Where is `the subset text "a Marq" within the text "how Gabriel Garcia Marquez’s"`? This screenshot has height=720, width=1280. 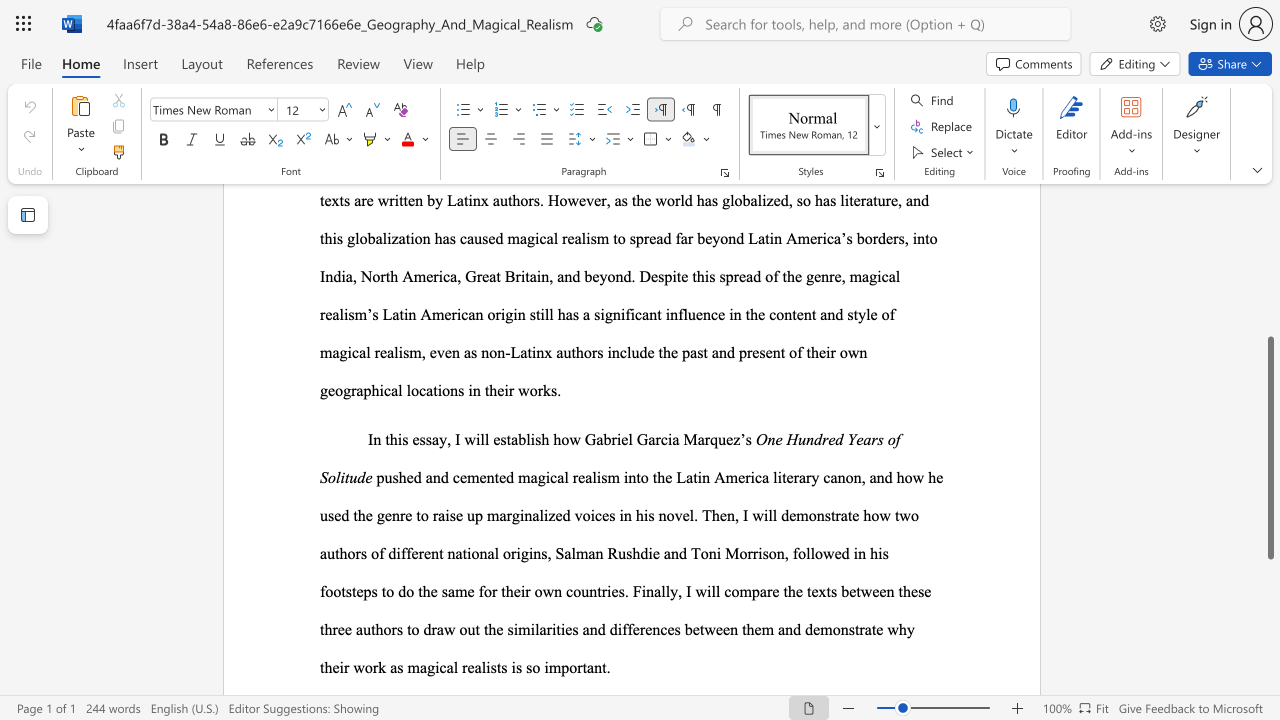
the subset text "a Marq" within the text "how Gabriel Garcia Marquez’s" is located at coordinates (672, 438).